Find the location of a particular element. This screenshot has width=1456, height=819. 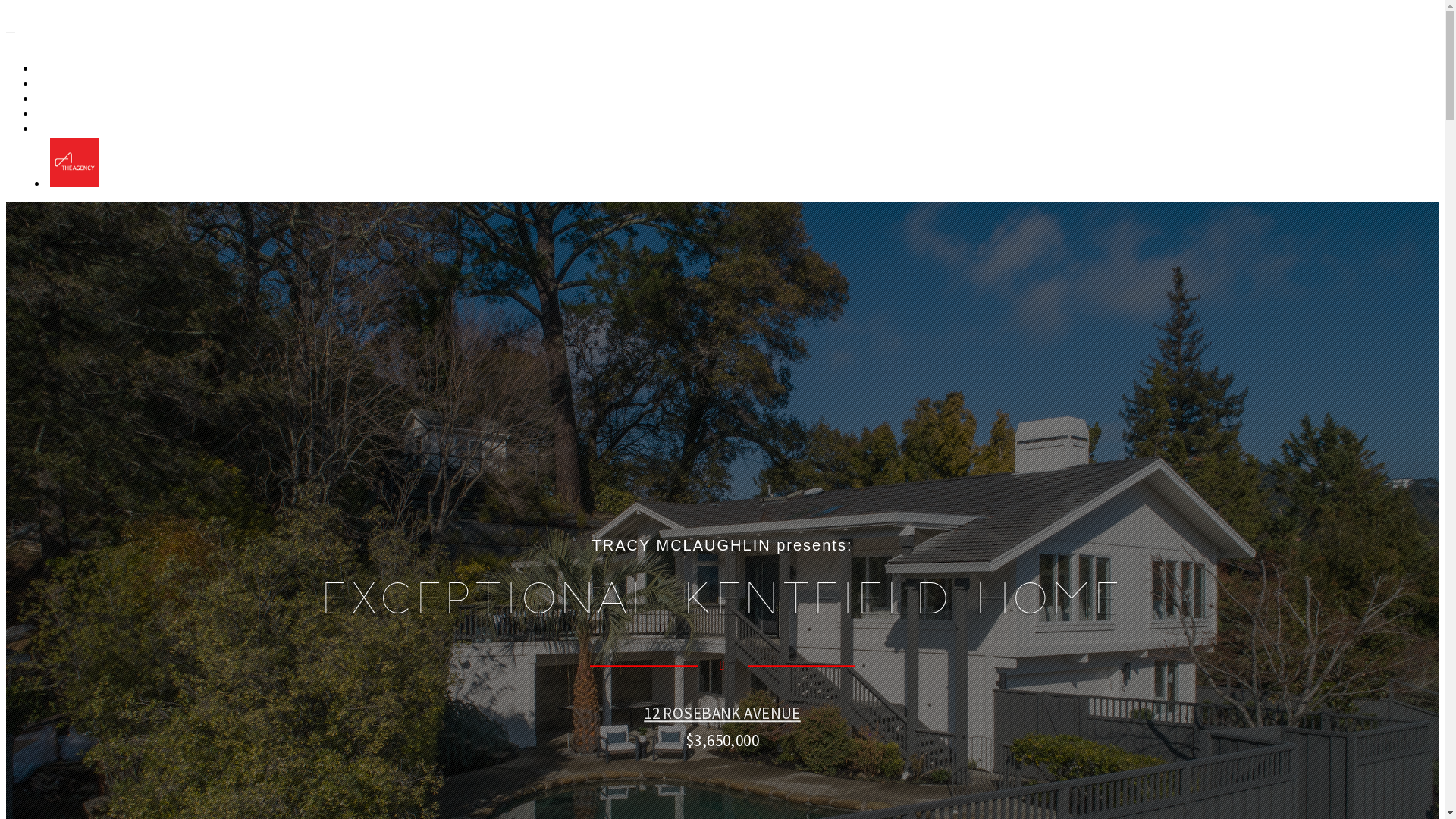

'GALLERY' is located at coordinates (66, 68).